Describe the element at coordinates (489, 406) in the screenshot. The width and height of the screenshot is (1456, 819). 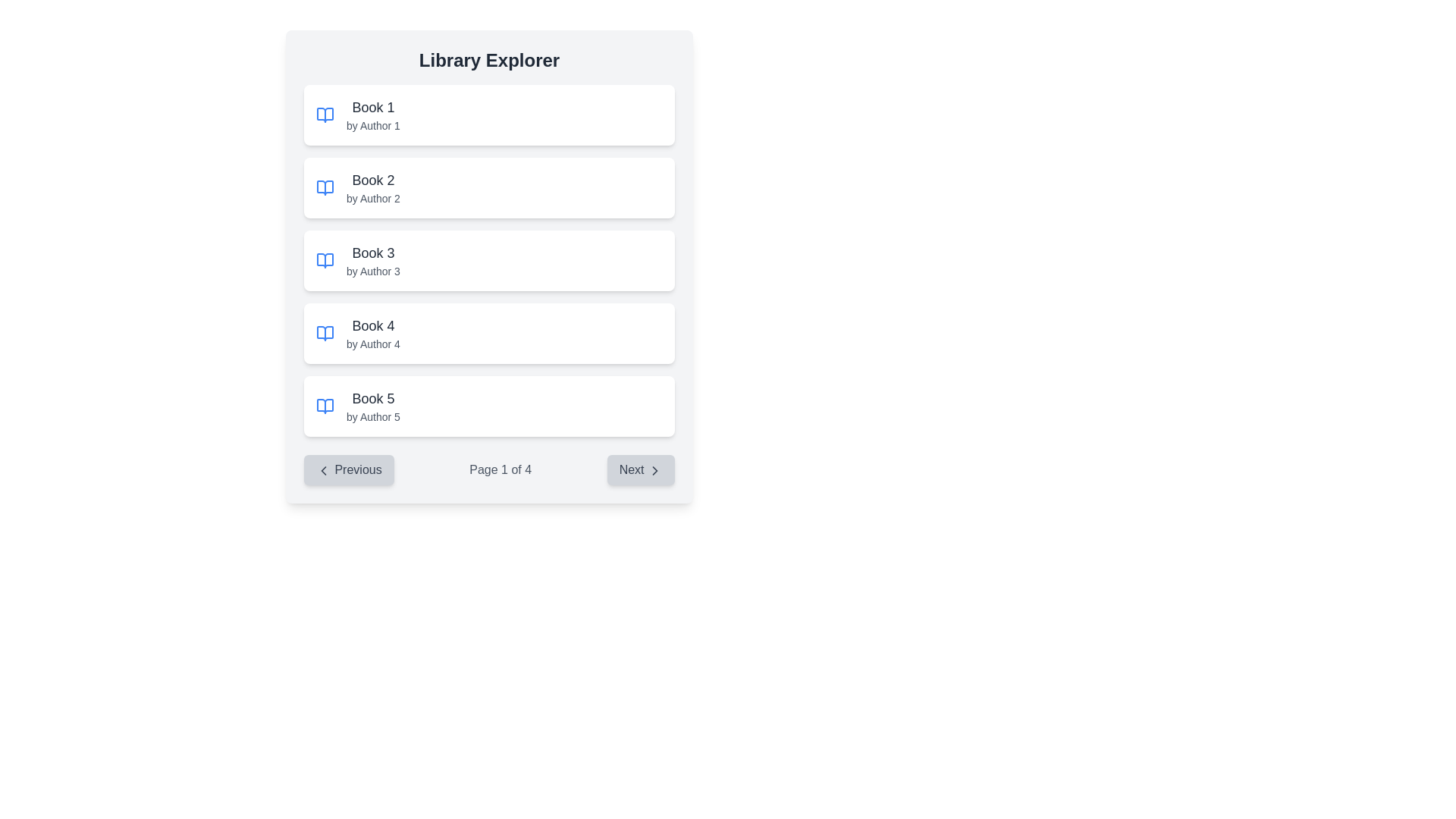
I see `the fifth book entry in the list containing its title and author` at that location.